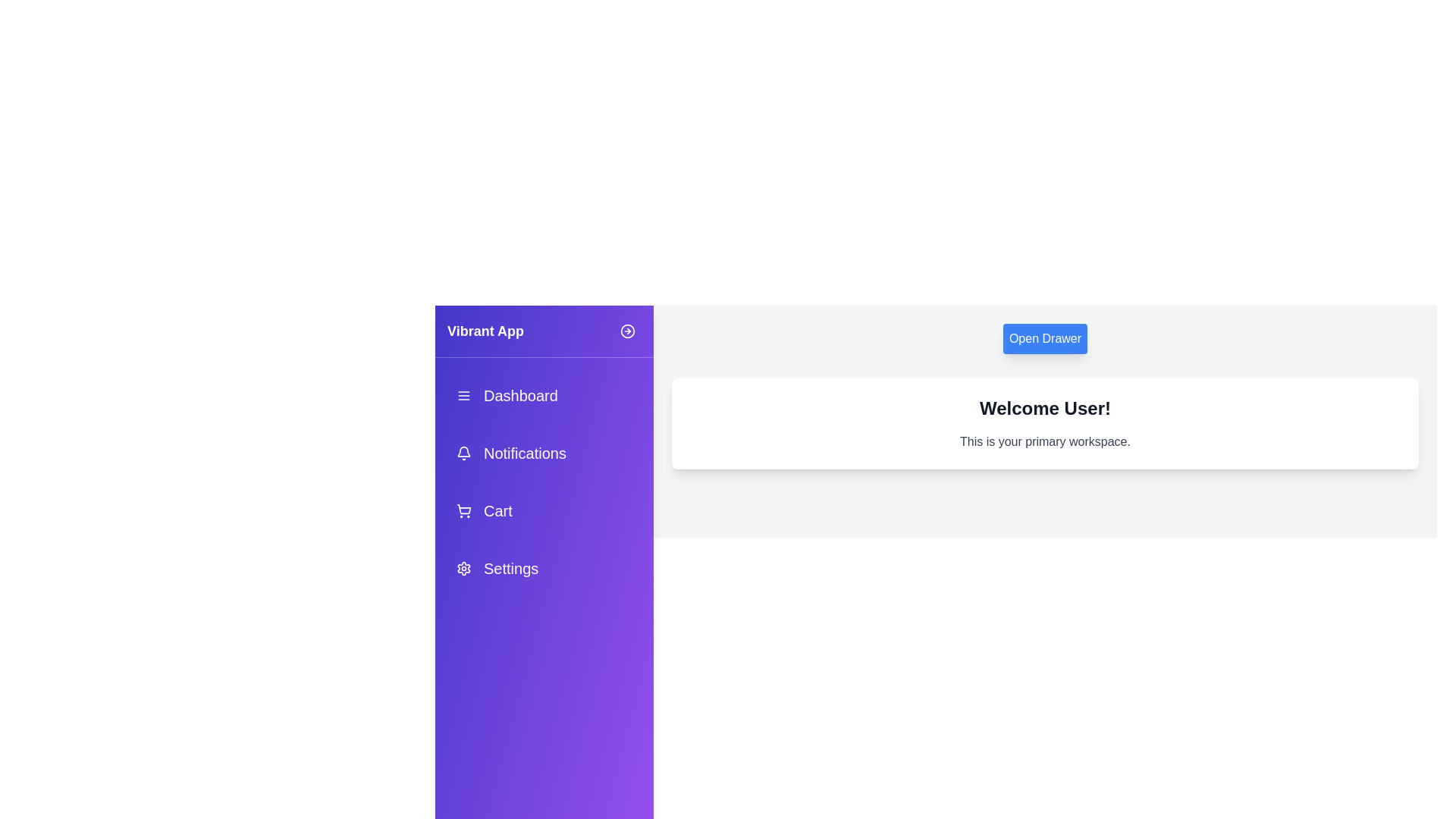 The width and height of the screenshot is (1456, 819). What do you see at coordinates (544, 511) in the screenshot?
I see `the menu item Cart from the drawer` at bounding box center [544, 511].